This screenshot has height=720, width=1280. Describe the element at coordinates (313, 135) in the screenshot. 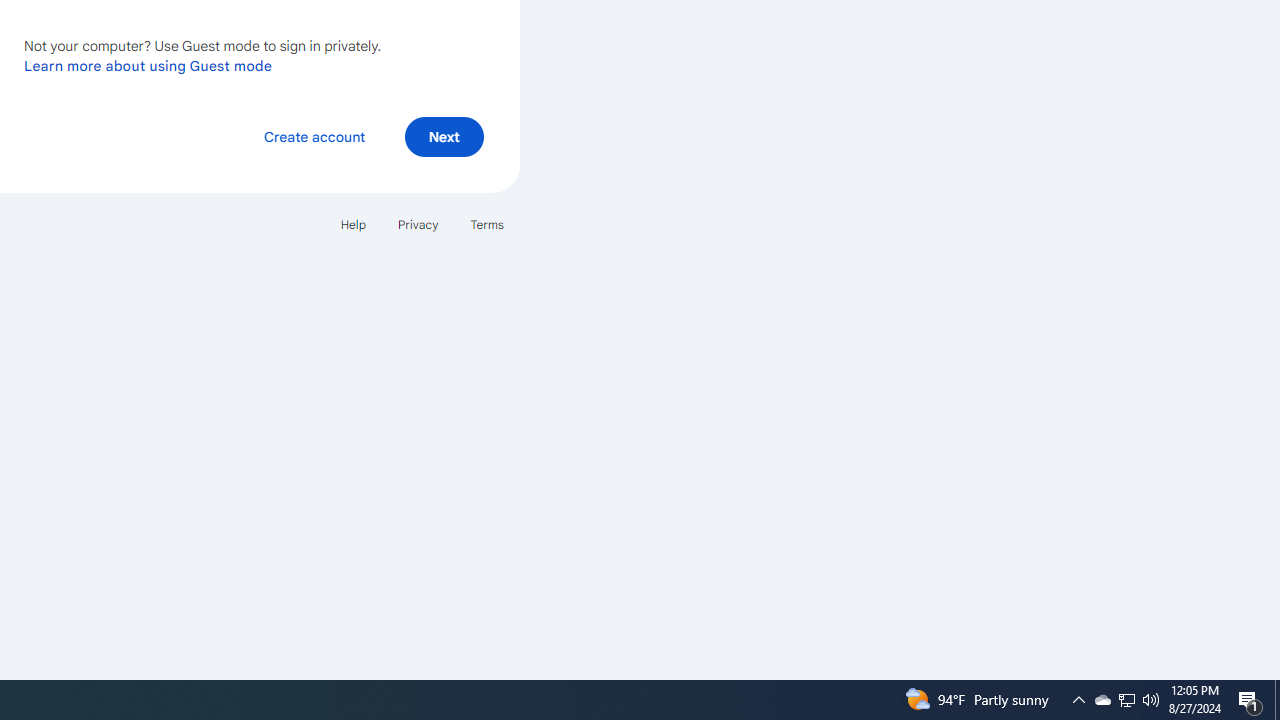

I see `'Create account'` at that location.